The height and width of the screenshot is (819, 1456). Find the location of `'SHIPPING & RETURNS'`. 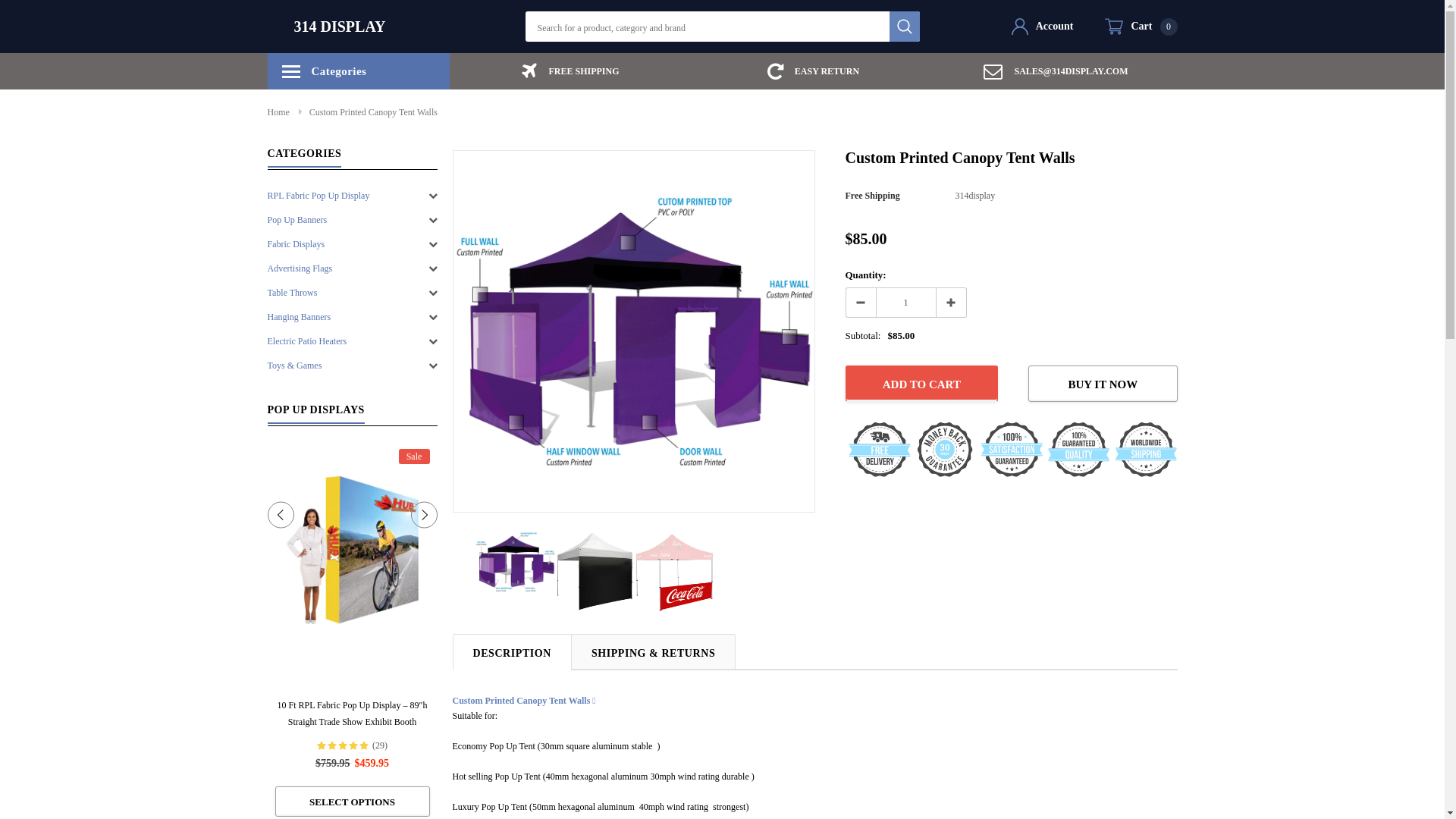

'SHIPPING & RETURNS' is located at coordinates (653, 651).